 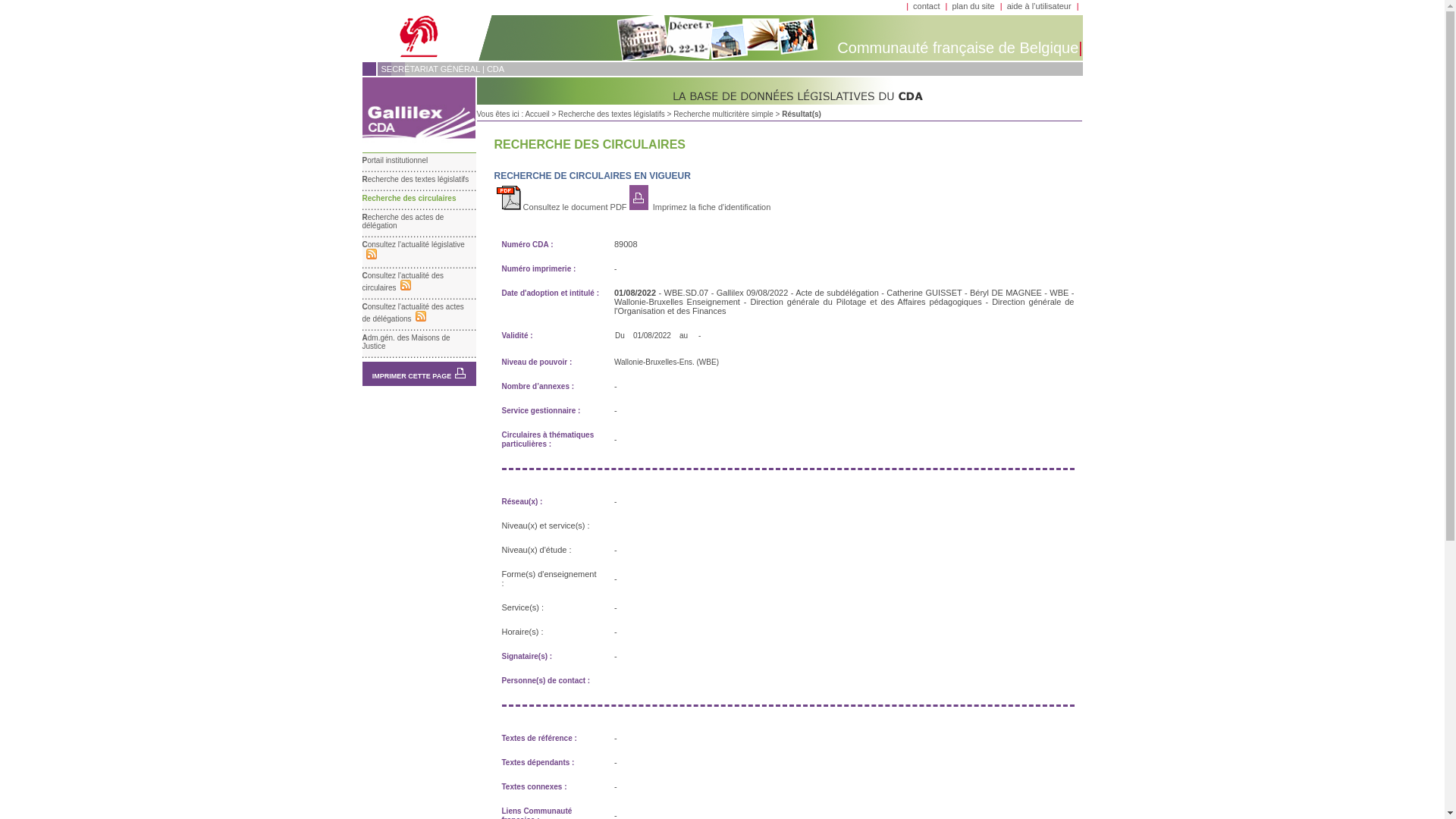 What do you see at coordinates (651, 207) in the screenshot?
I see `'Imprimez la fiche d'identification'` at bounding box center [651, 207].